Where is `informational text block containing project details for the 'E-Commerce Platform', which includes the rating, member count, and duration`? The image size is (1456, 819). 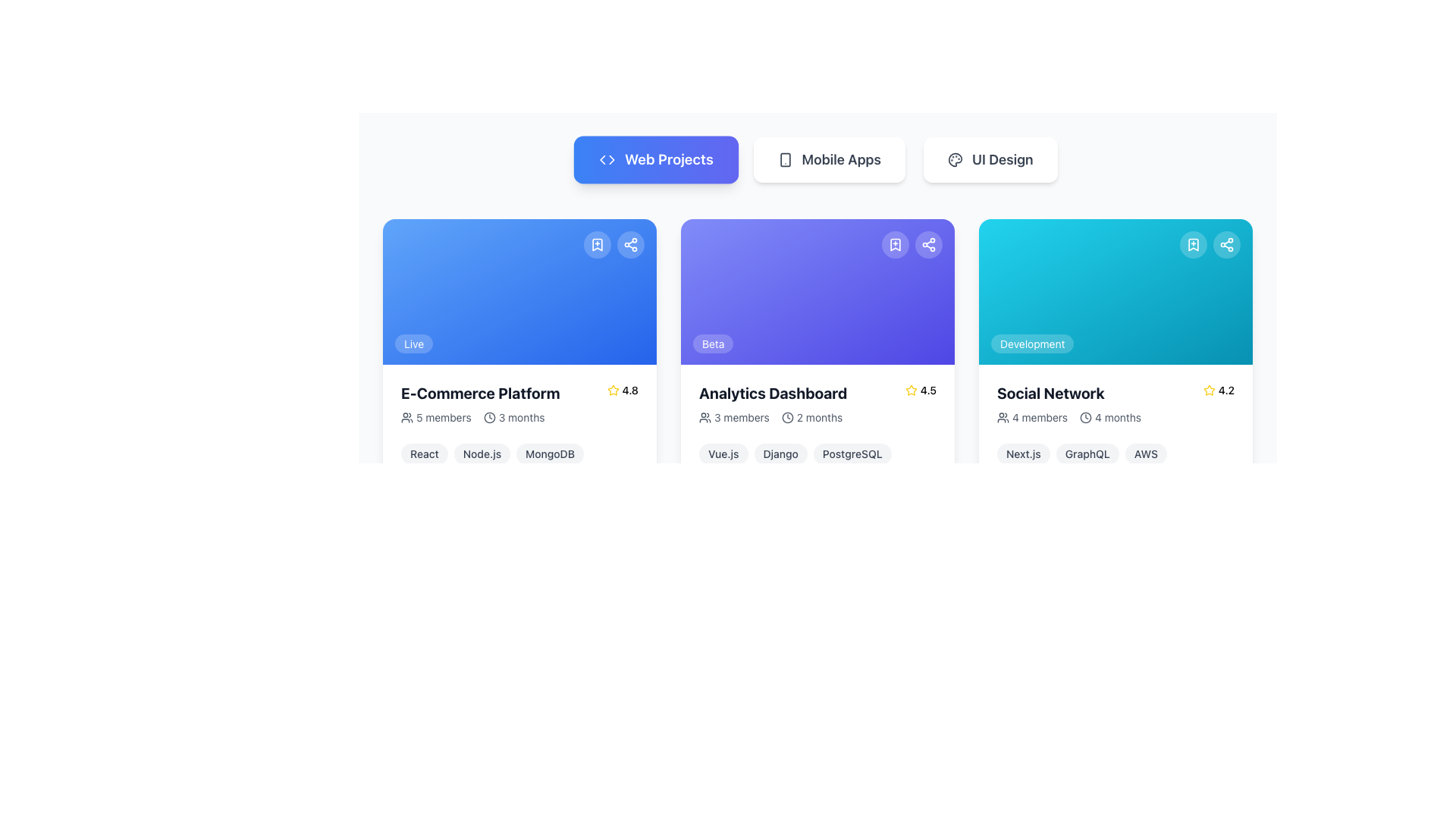 informational text block containing project details for the 'E-Commerce Platform', which includes the rating, member count, and duration is located at coordinates (519, 403).